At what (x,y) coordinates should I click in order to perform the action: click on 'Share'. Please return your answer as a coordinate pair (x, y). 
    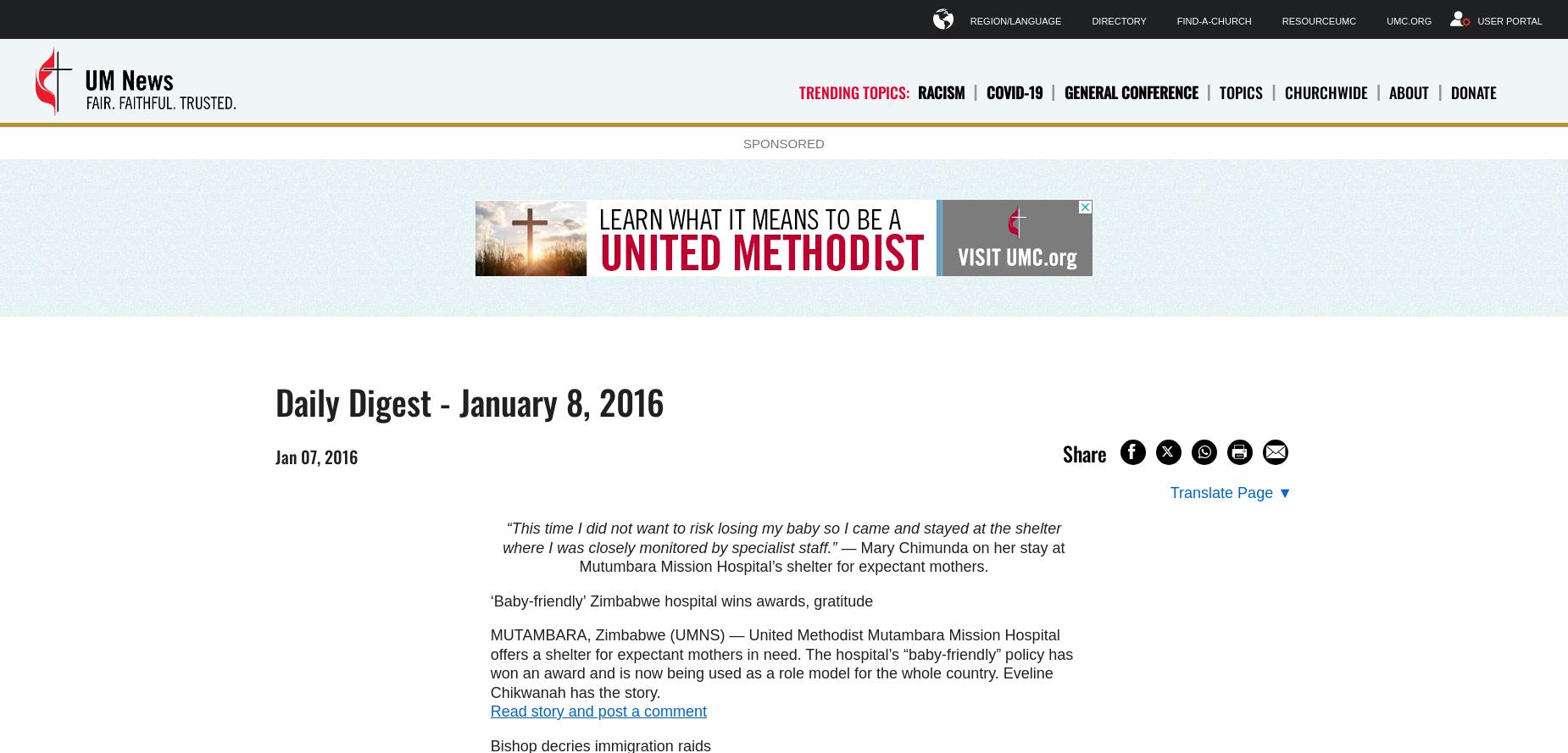
    Looking at the image, I should click on (1083, 453).